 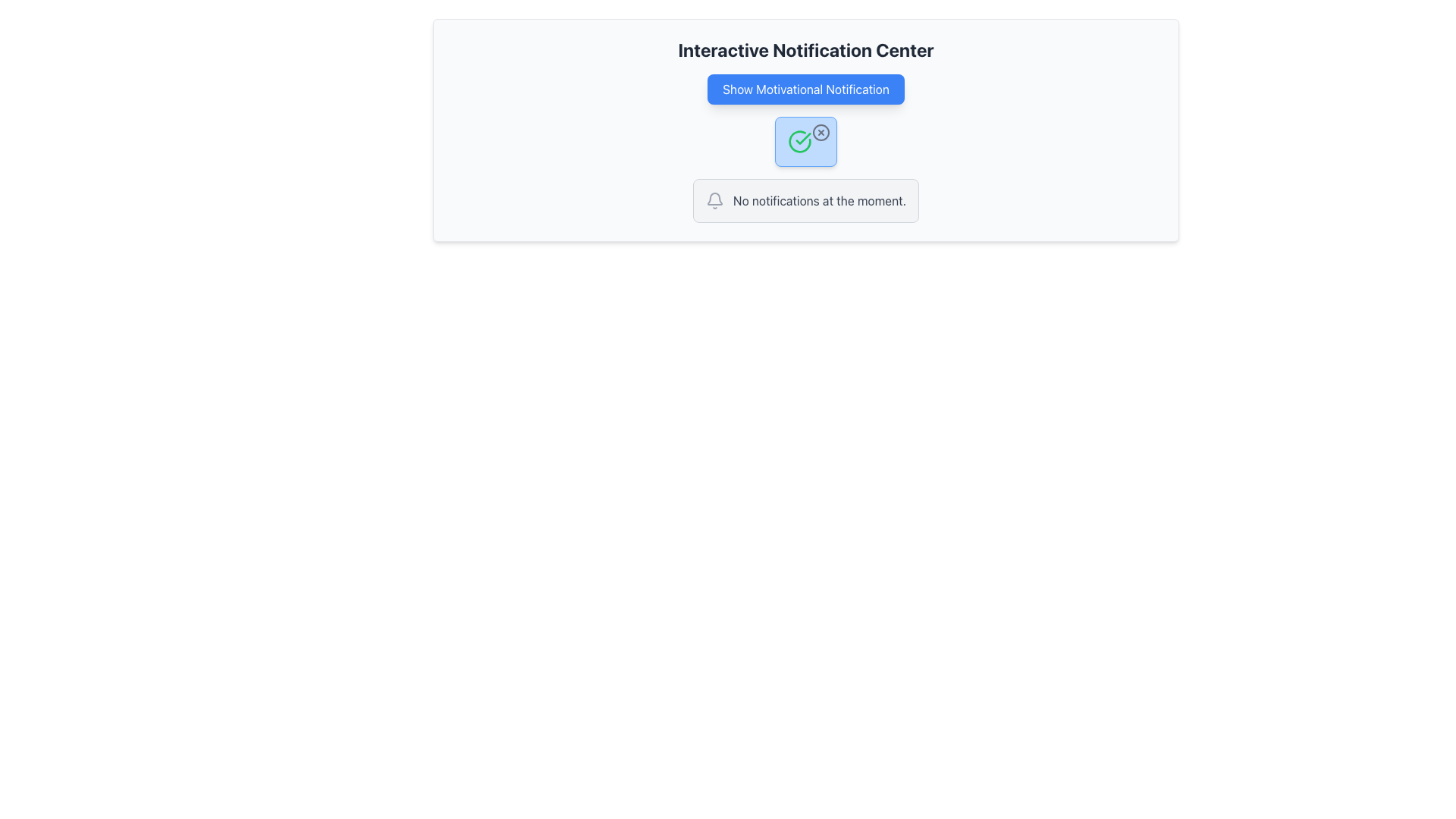 I want to click on the title text labeled 'Interactive Notification Center', which is prominently displayed at the top of the notification interface, so click(x=805, y=49).